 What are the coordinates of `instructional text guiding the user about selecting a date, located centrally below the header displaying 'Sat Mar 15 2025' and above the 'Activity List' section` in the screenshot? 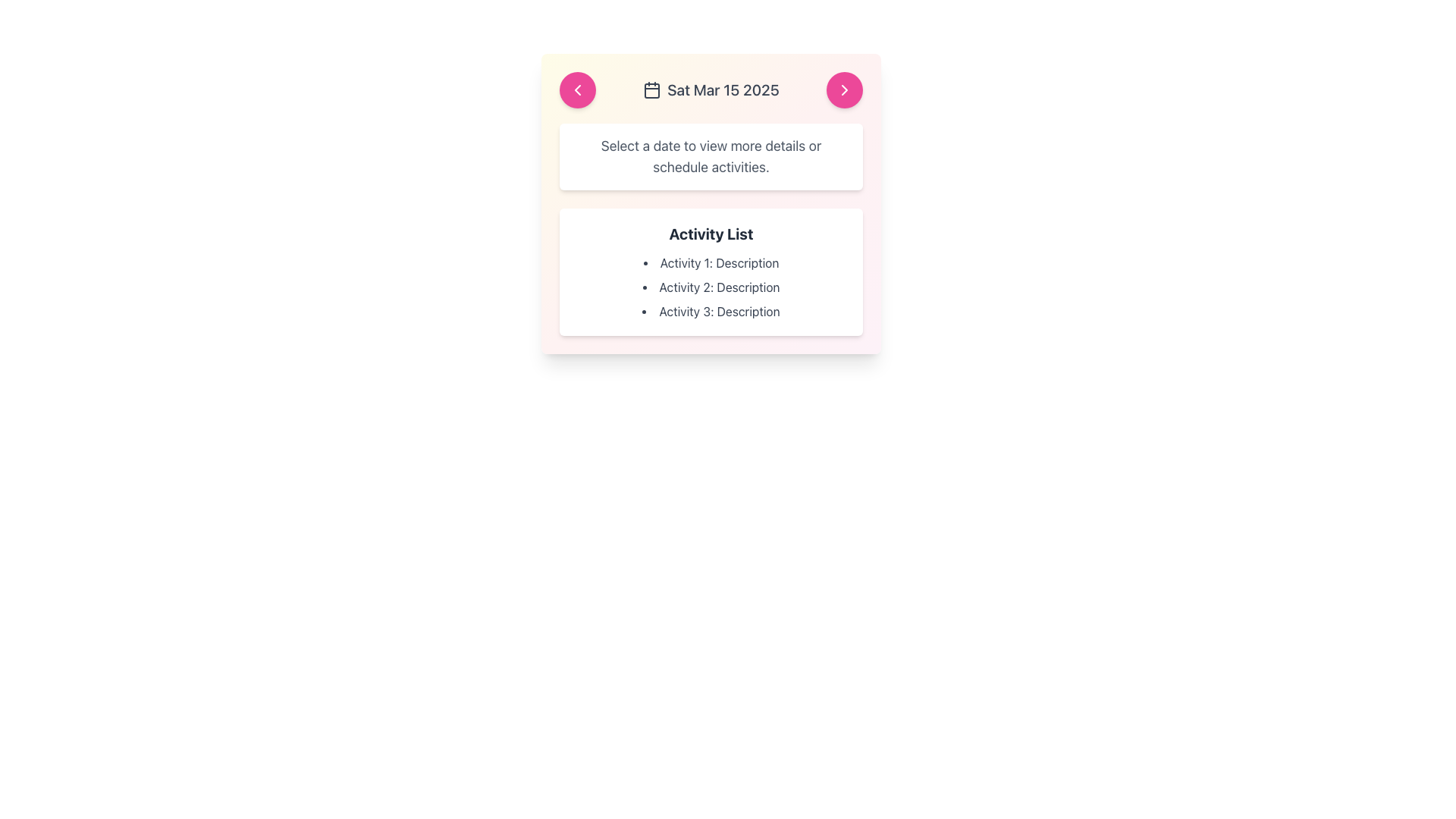 It's located at (710, 157).